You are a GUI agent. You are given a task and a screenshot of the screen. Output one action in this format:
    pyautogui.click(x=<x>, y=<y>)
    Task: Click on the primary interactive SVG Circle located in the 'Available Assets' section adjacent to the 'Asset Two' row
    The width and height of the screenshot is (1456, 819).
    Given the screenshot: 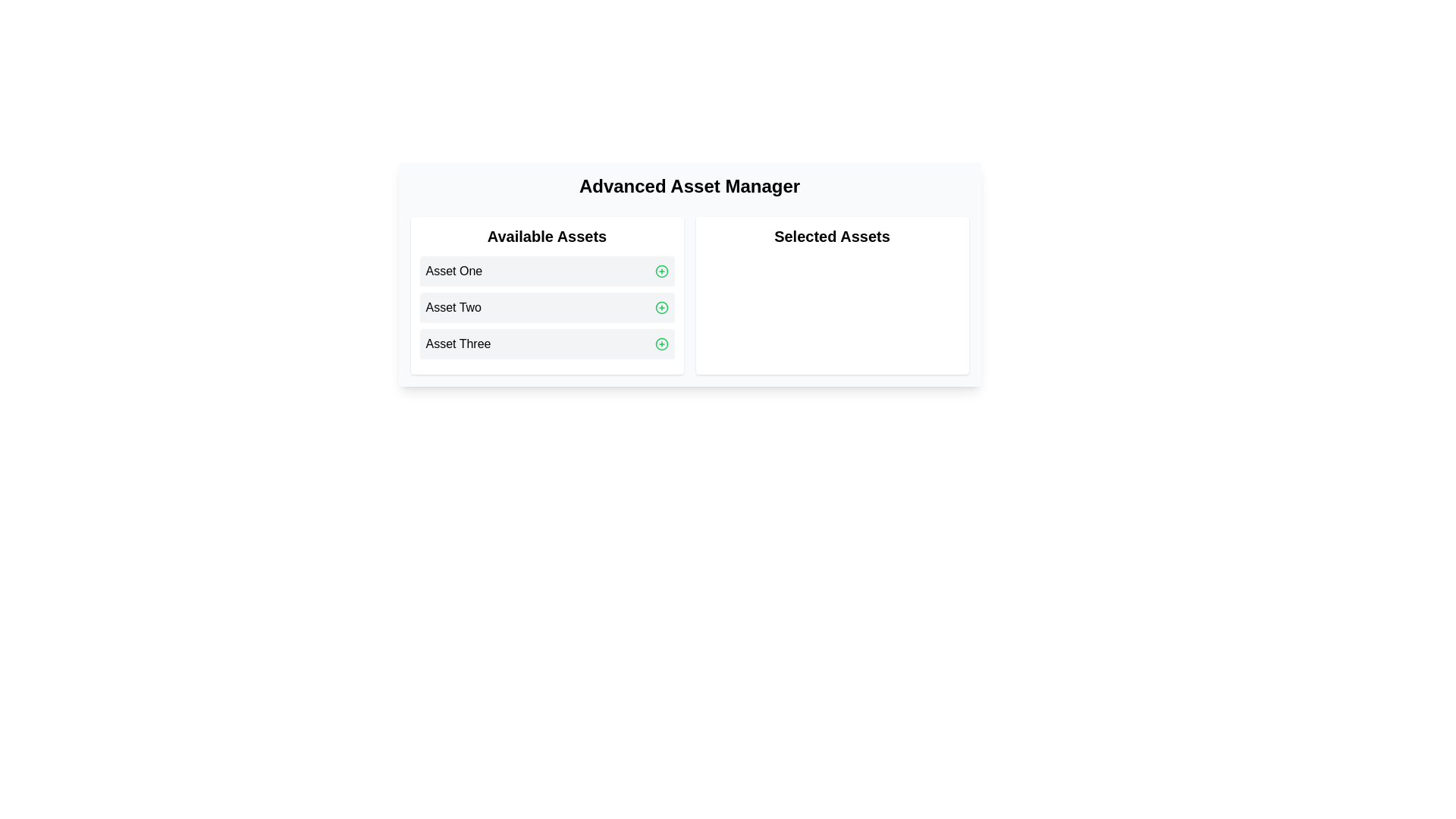 What is the action you would take?
    pyautogui.click(x=661, y=307)
    